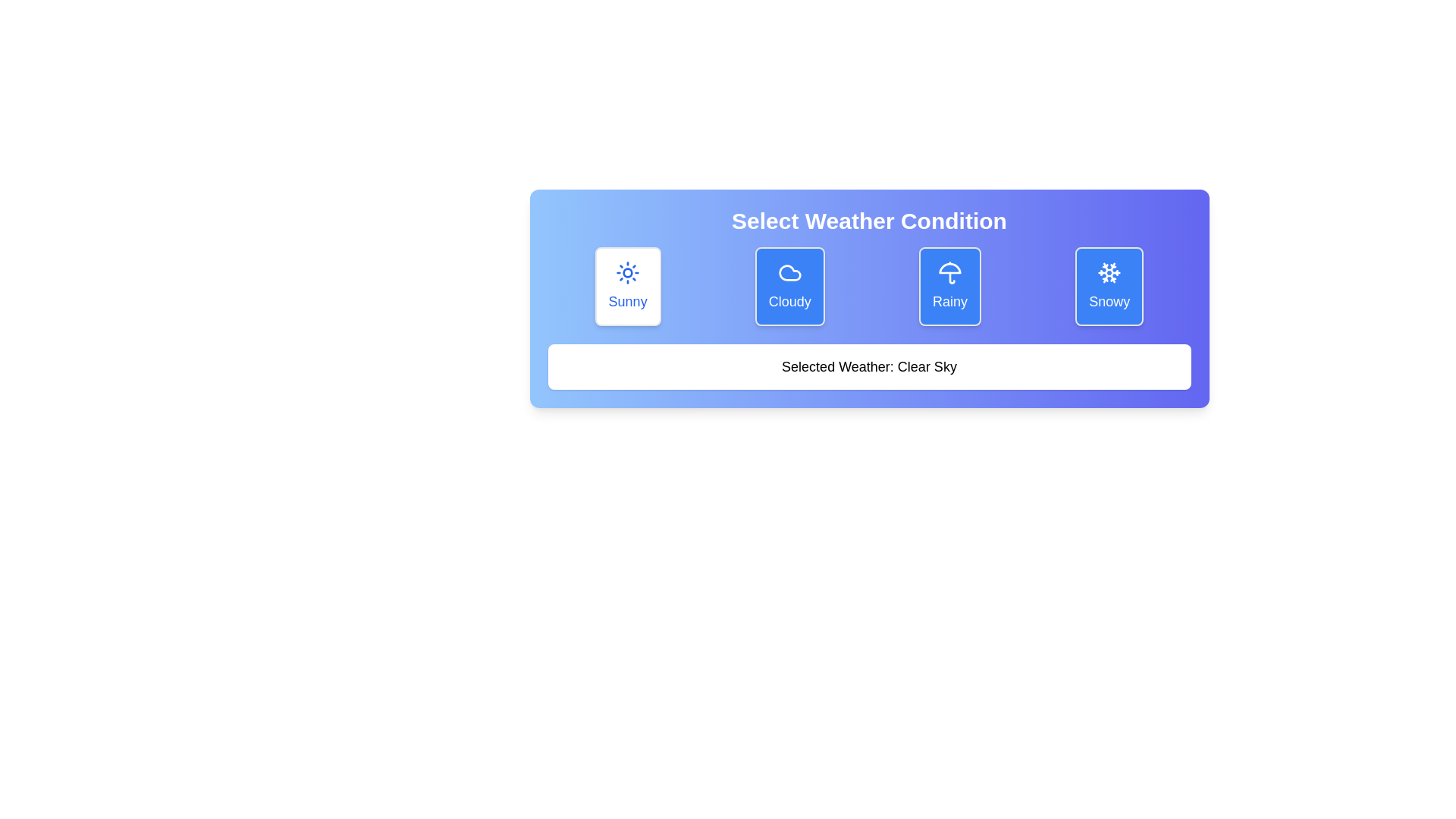 The height and width of the screenshot is (819, 1456). I want to click on the text label displaying 'Sunny' styled in blue, which is located below the sun icon within the weather selection area, so click(628, 301).